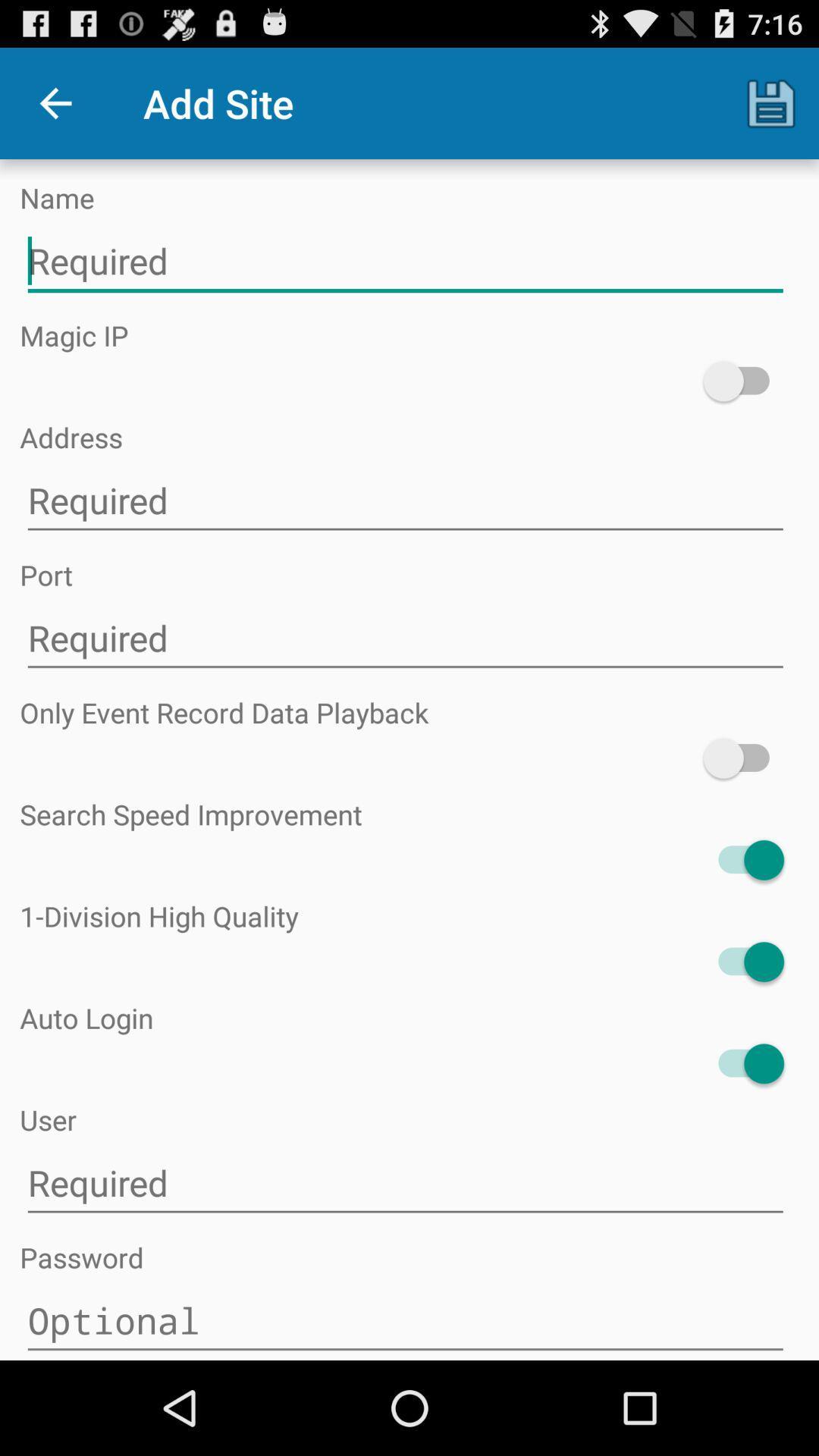 This screenshot has width=819, height=1456. What do you see at coordinates (742, 860) in the screenshot?
I see `the item above 1 division high item` at bounding box center [742, 860].